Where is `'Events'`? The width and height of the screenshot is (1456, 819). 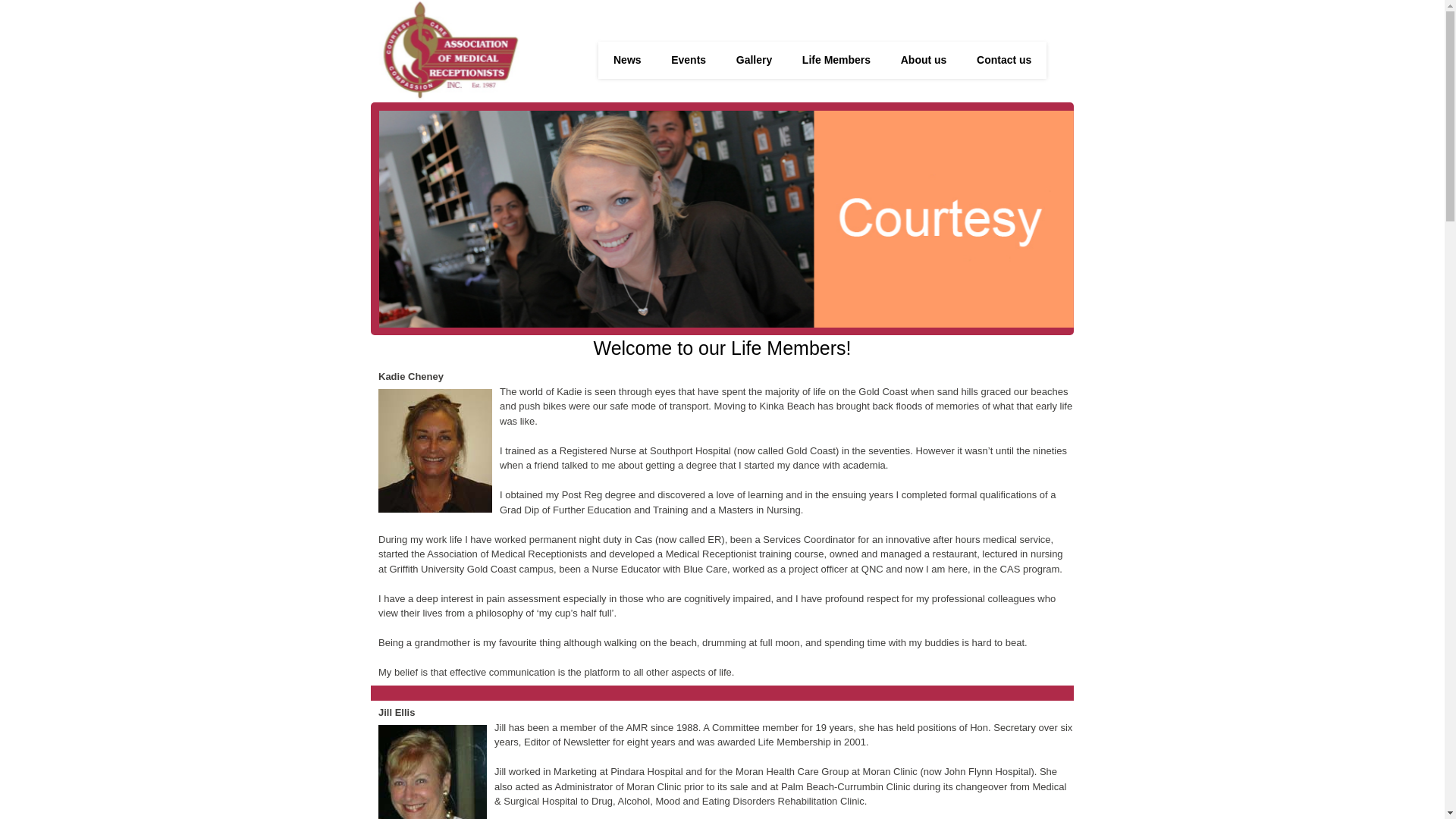
'Events' is located at coordinates (686, 59).